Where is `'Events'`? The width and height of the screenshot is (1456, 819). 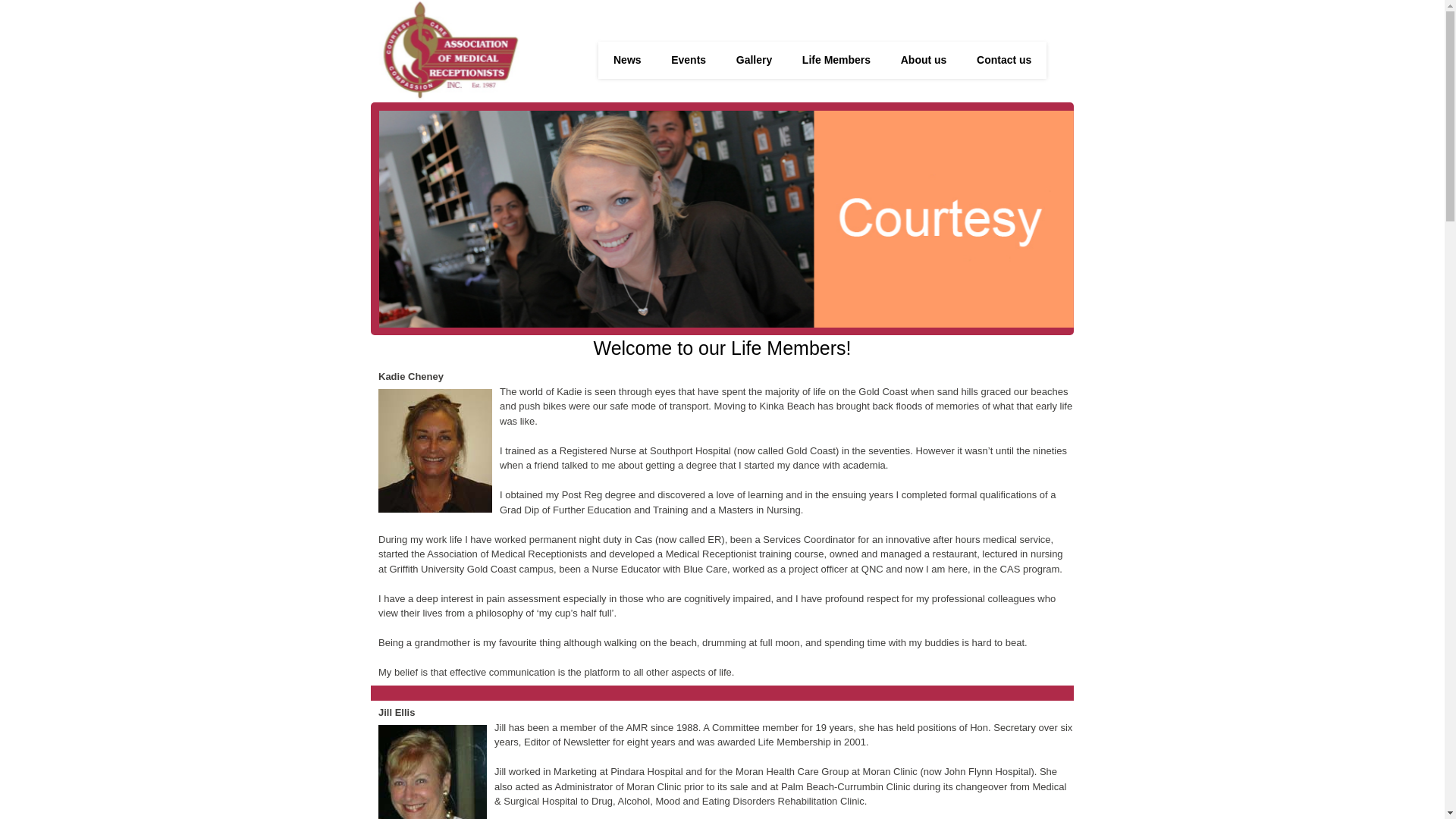
'Events' is located at coordinates (686, 59).